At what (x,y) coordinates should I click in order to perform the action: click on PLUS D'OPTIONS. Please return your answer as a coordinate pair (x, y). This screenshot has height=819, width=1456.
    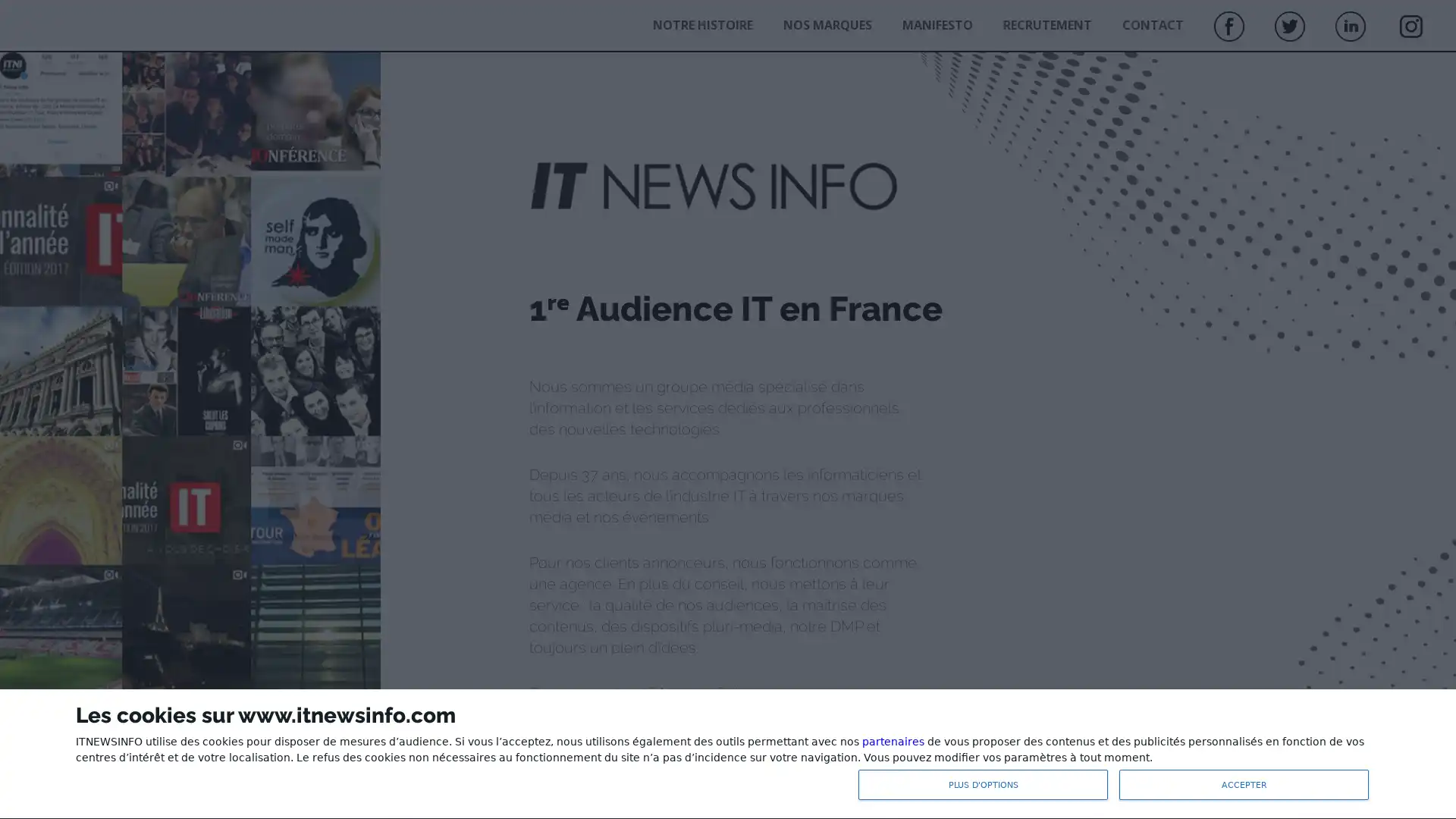
    Looking at the image, I should click on (983, 784).